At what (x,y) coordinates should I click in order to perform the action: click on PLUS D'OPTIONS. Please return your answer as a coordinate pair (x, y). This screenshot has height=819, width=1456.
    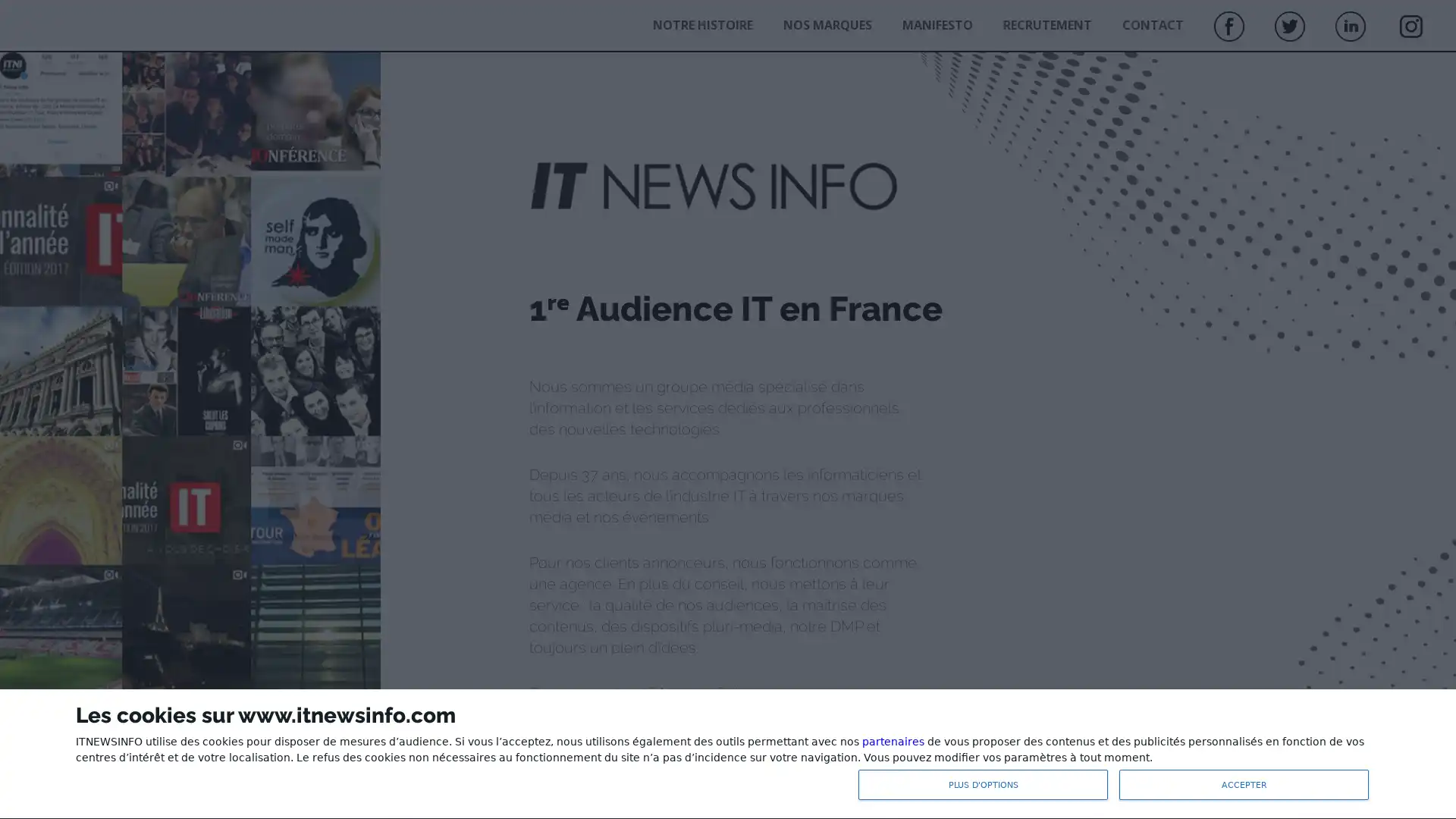
    Looking at the image, I should click on (983, 784).